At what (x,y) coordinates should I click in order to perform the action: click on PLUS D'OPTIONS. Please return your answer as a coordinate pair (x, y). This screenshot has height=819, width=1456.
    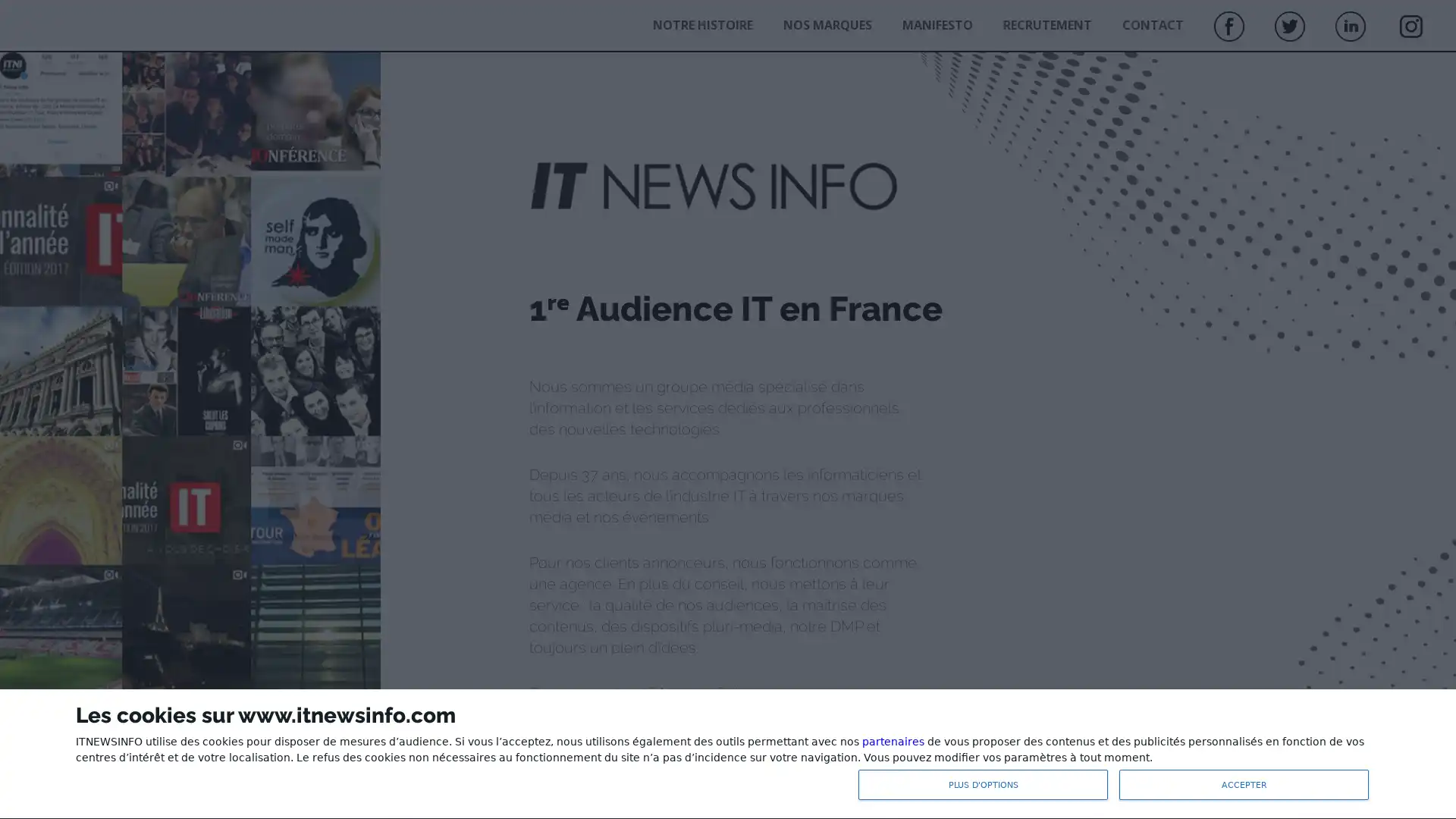
    Looking at the image, I should click on (983, 784).